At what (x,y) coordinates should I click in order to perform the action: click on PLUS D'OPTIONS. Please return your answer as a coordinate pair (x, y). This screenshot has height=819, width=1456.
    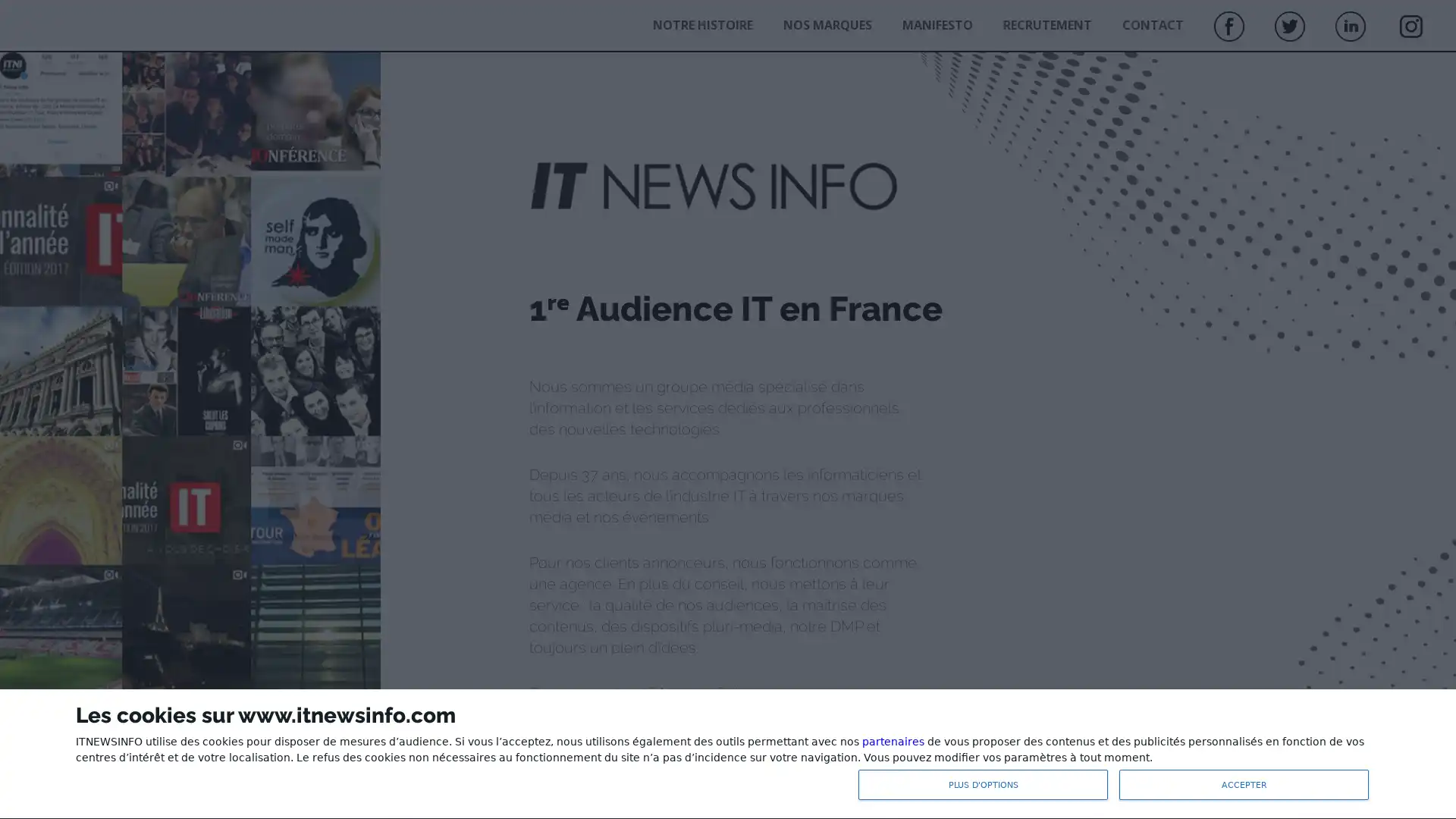
    Looking at the image, I should click on (983, 784).